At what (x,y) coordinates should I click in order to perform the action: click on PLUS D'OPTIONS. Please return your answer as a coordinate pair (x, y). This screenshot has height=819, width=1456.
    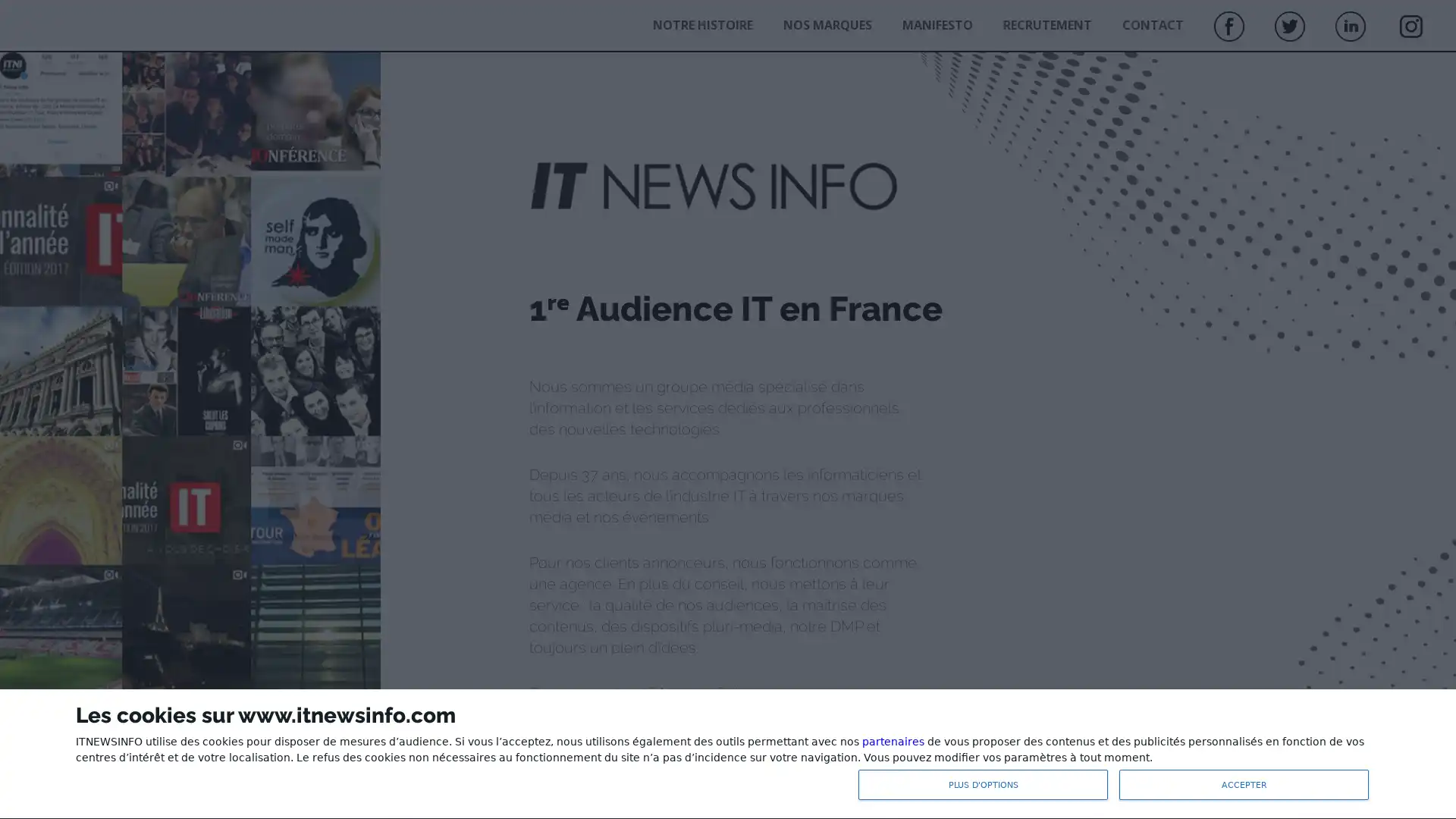
    Looking at the image, I should click on (983, 784).